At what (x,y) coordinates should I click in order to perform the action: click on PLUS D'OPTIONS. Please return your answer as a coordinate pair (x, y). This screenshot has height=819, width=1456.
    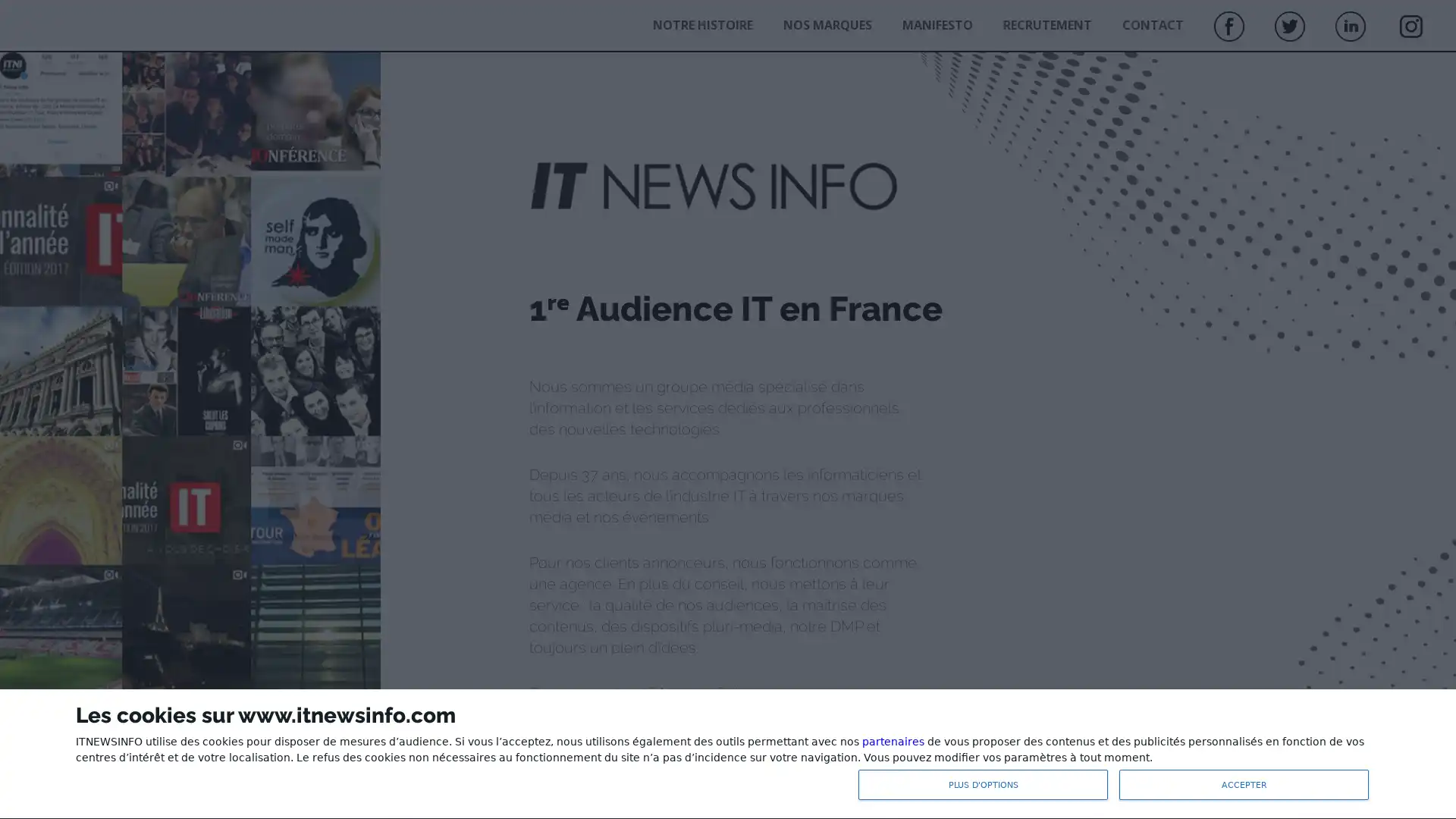
    Looking at the image, I should click on (983, 784).